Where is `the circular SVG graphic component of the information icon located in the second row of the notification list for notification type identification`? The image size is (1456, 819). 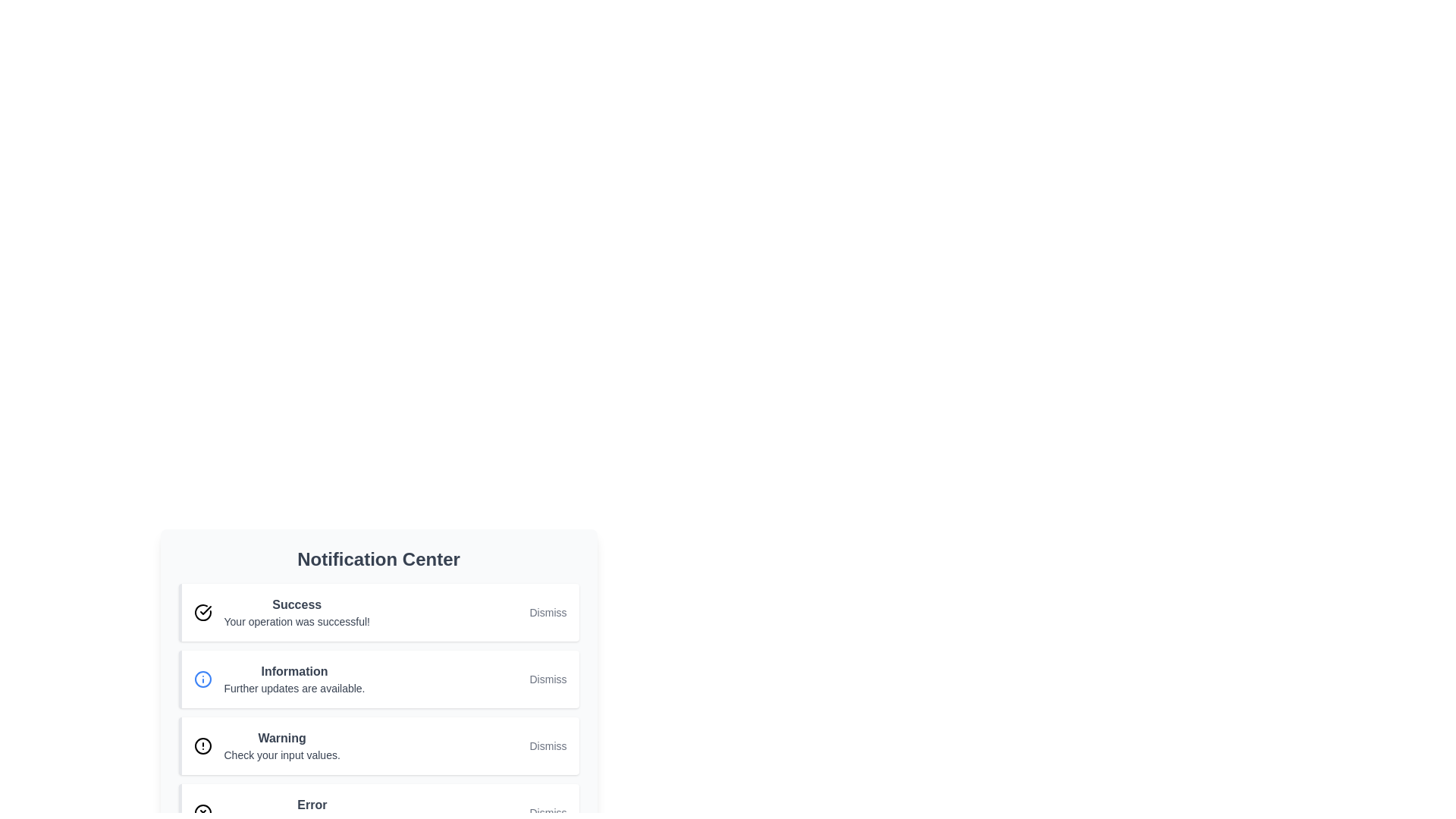 the circular SVG graphic component of the information icon located in the second row of the notification list for notification type identification is located at coordinates (202, 678).